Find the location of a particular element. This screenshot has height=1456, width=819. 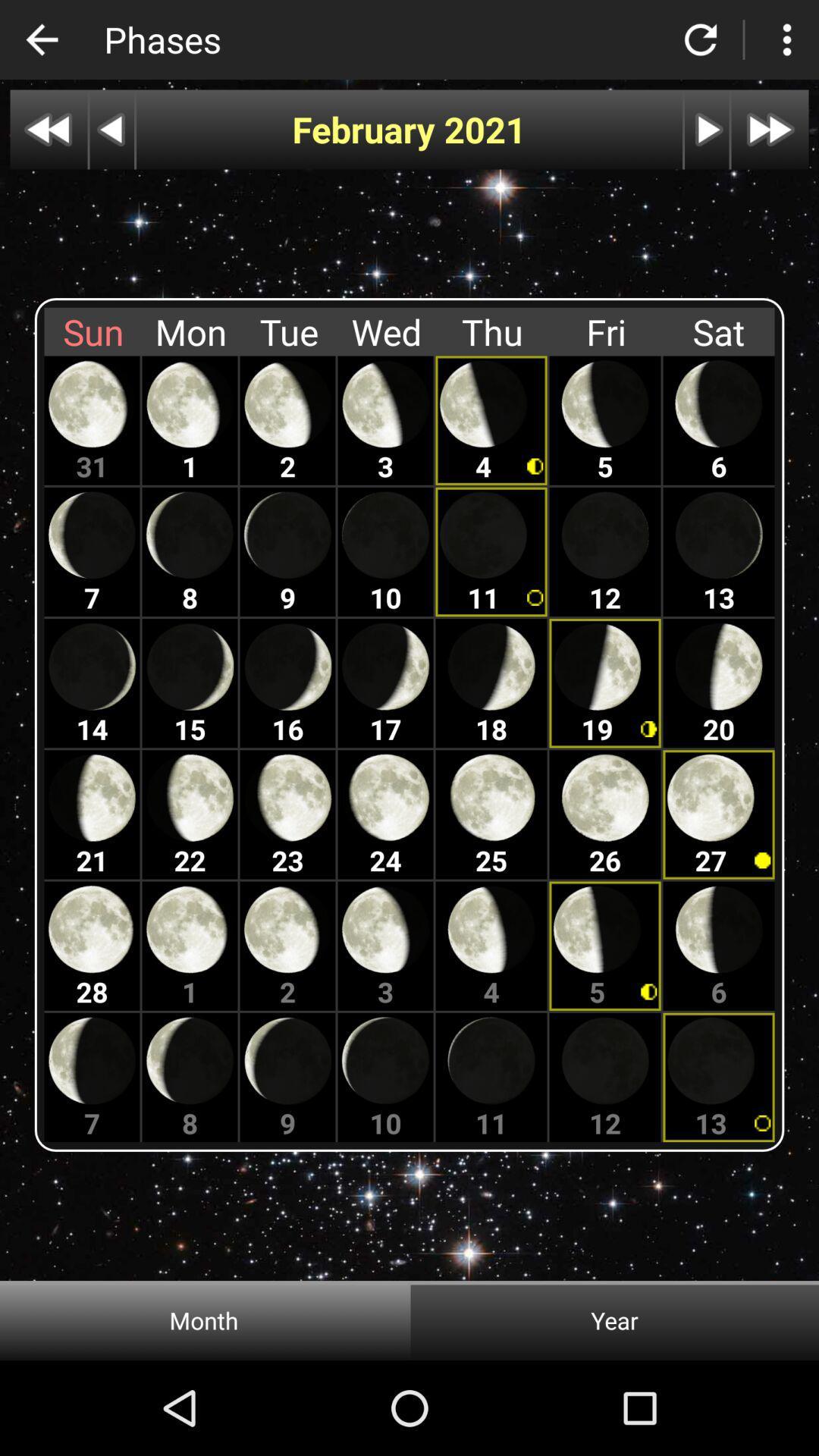

go back is located at coordinates (48, 130).